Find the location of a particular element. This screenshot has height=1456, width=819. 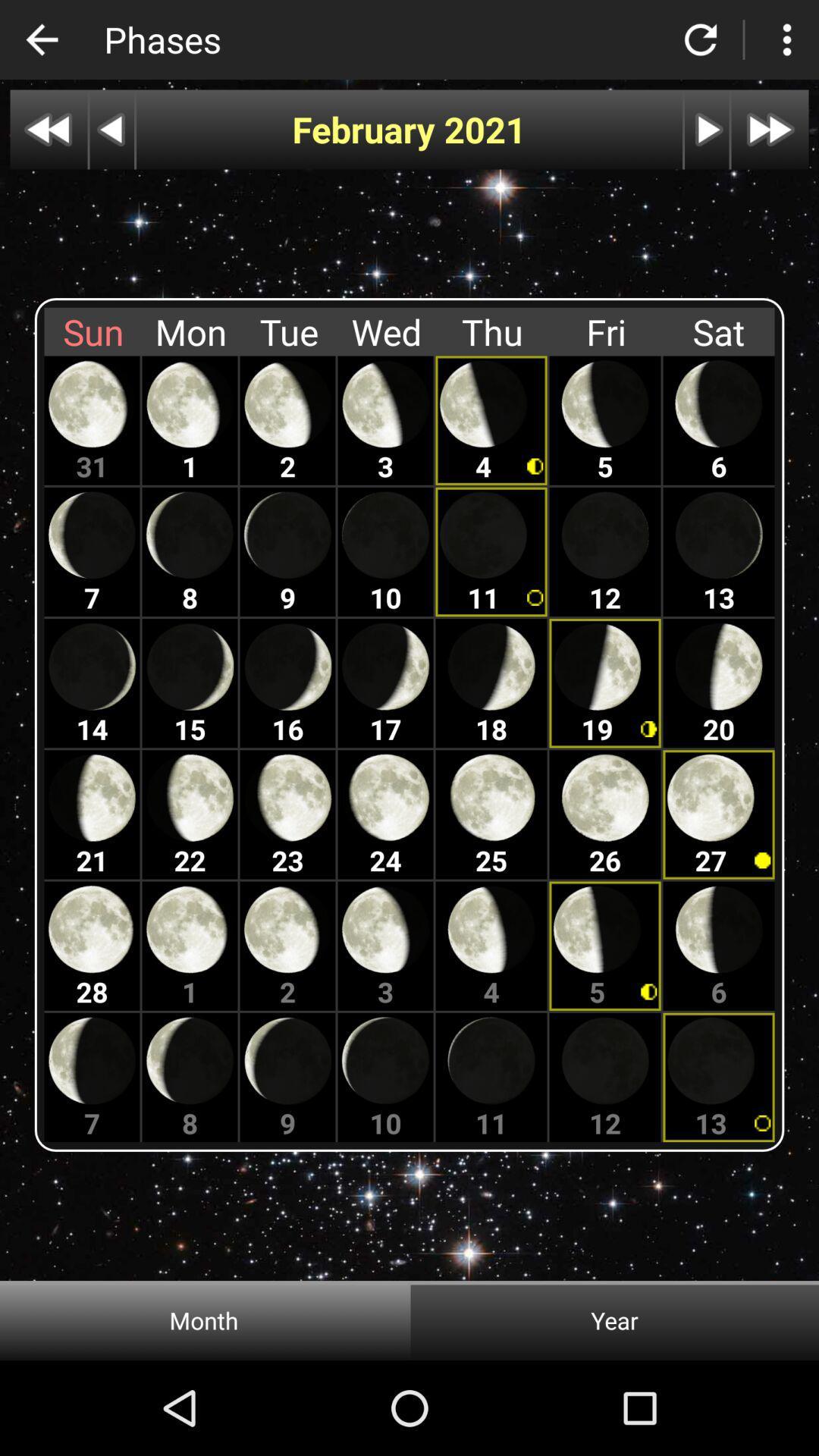

go back is located at coordinates (48, 130).